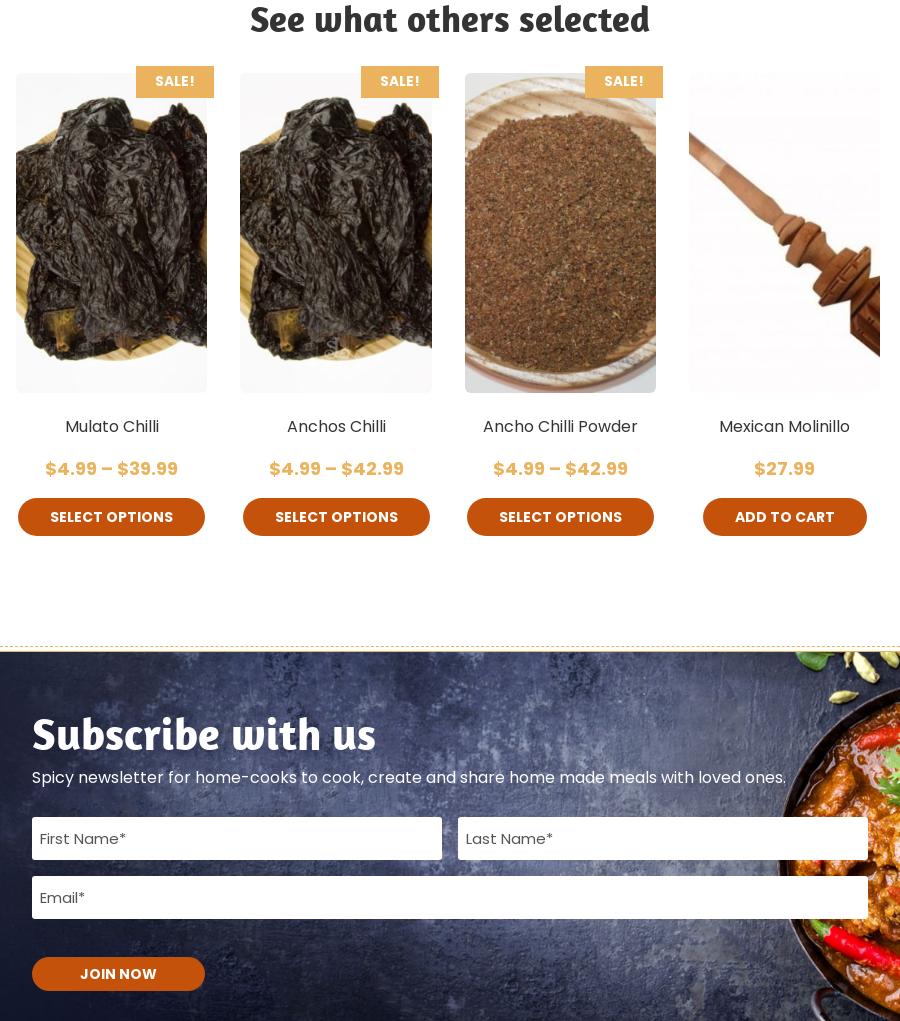 The image size is (900, 1021). I want to click on 'Add to cart', so click(782, 516).